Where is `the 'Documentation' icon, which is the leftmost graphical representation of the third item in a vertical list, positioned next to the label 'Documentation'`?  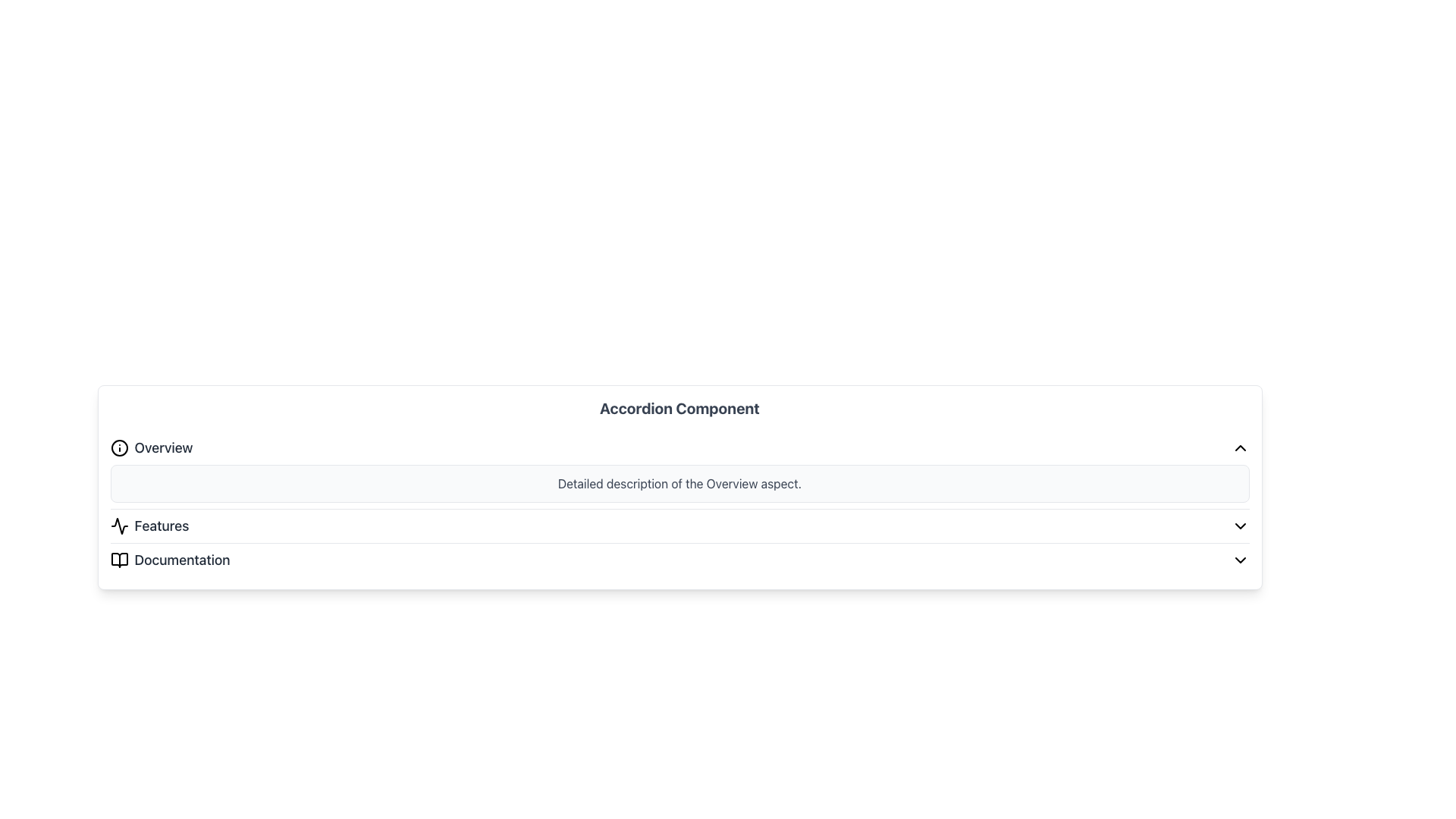 the 'Documentation' icon, which is the leftmost graphical representation of the third item in a vertical list, positioned next to the label 'Documentation' is located at coordinates (118, 560).